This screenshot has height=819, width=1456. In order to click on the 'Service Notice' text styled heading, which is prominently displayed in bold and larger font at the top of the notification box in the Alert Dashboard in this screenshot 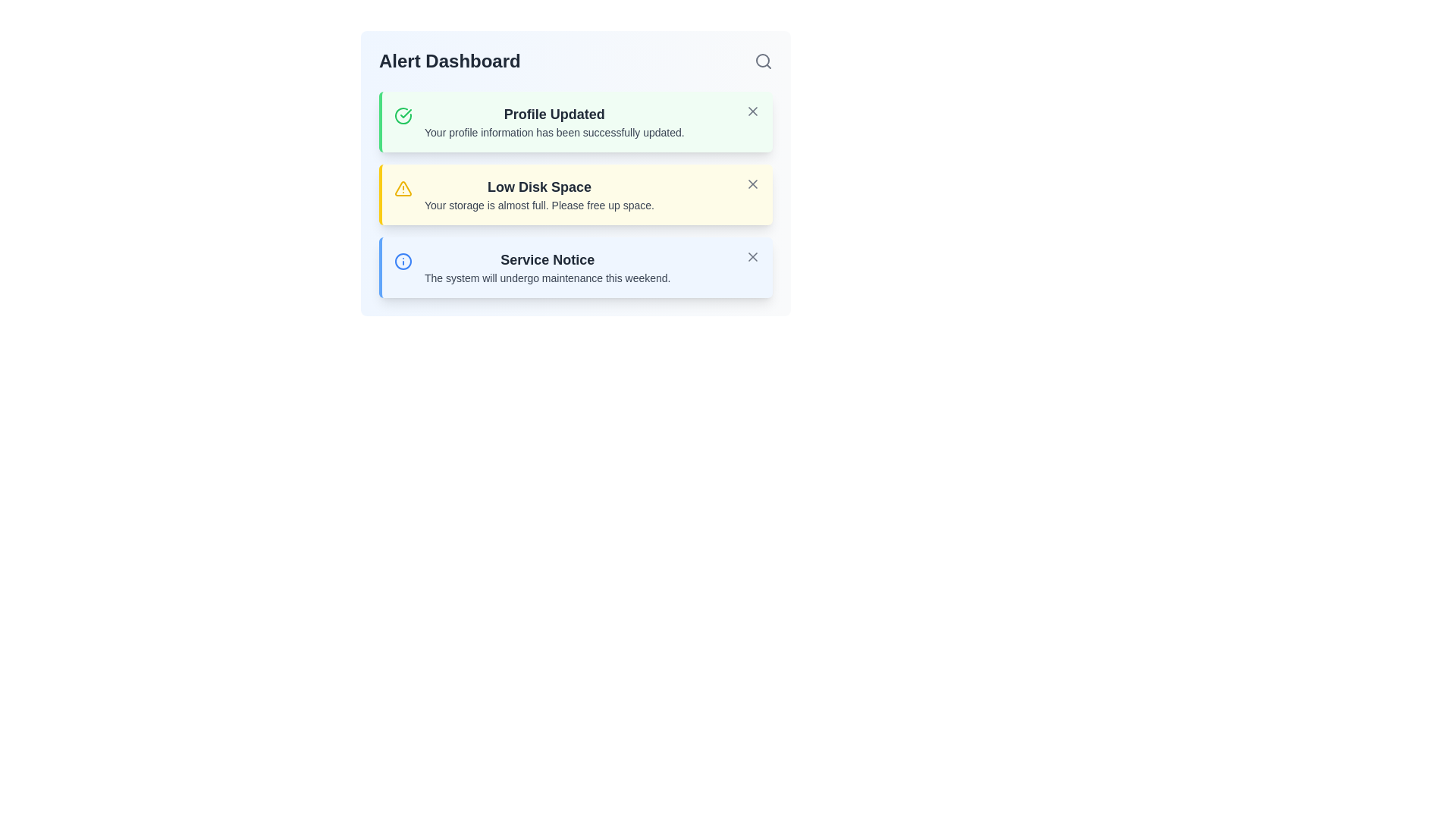, I will do `click(547, 259)`.